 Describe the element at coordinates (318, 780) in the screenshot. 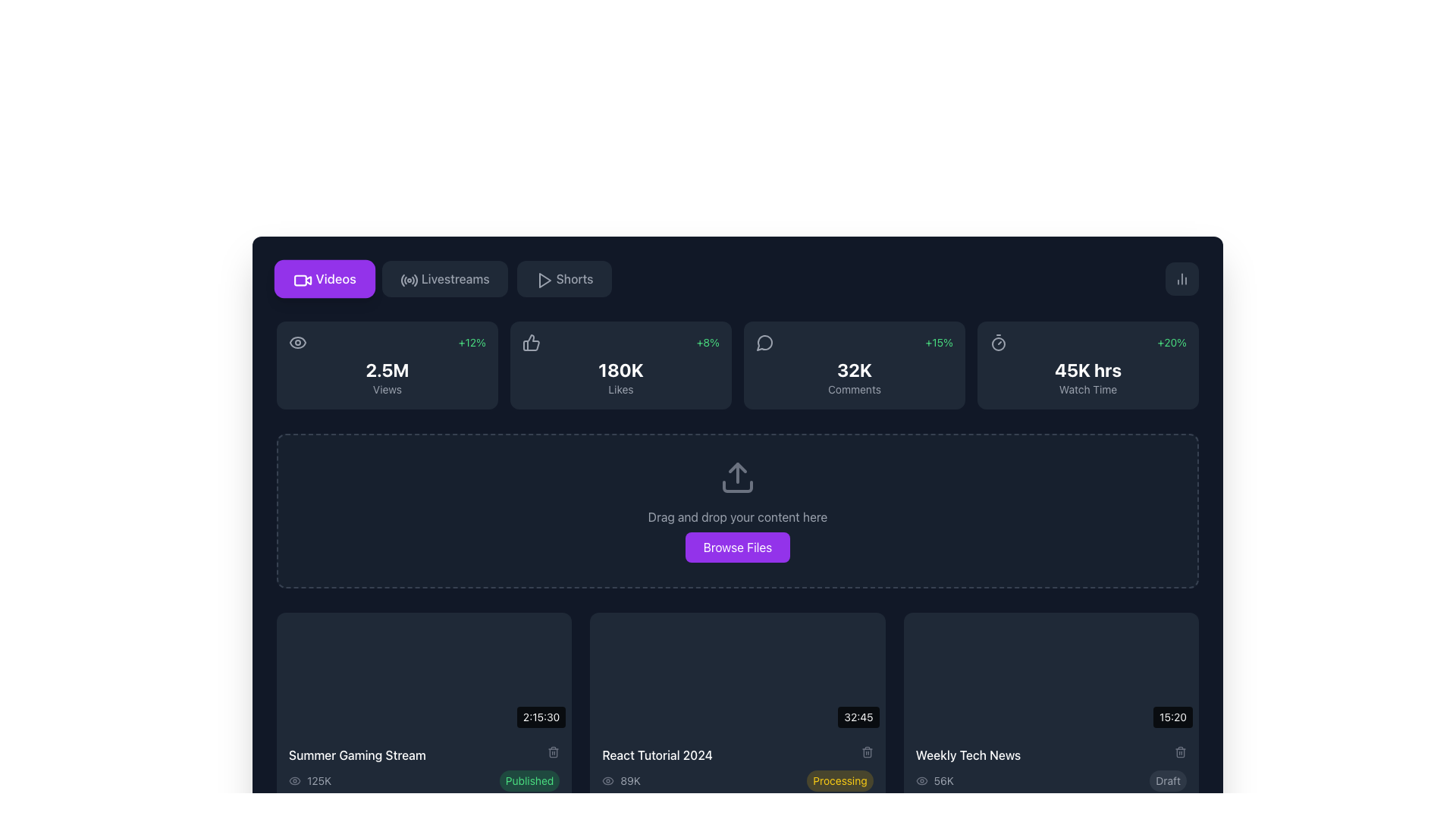

I see `the text label displaying a numerical value in the bottom-left corner of the card, positioned to the right of the eye icon` at that location.